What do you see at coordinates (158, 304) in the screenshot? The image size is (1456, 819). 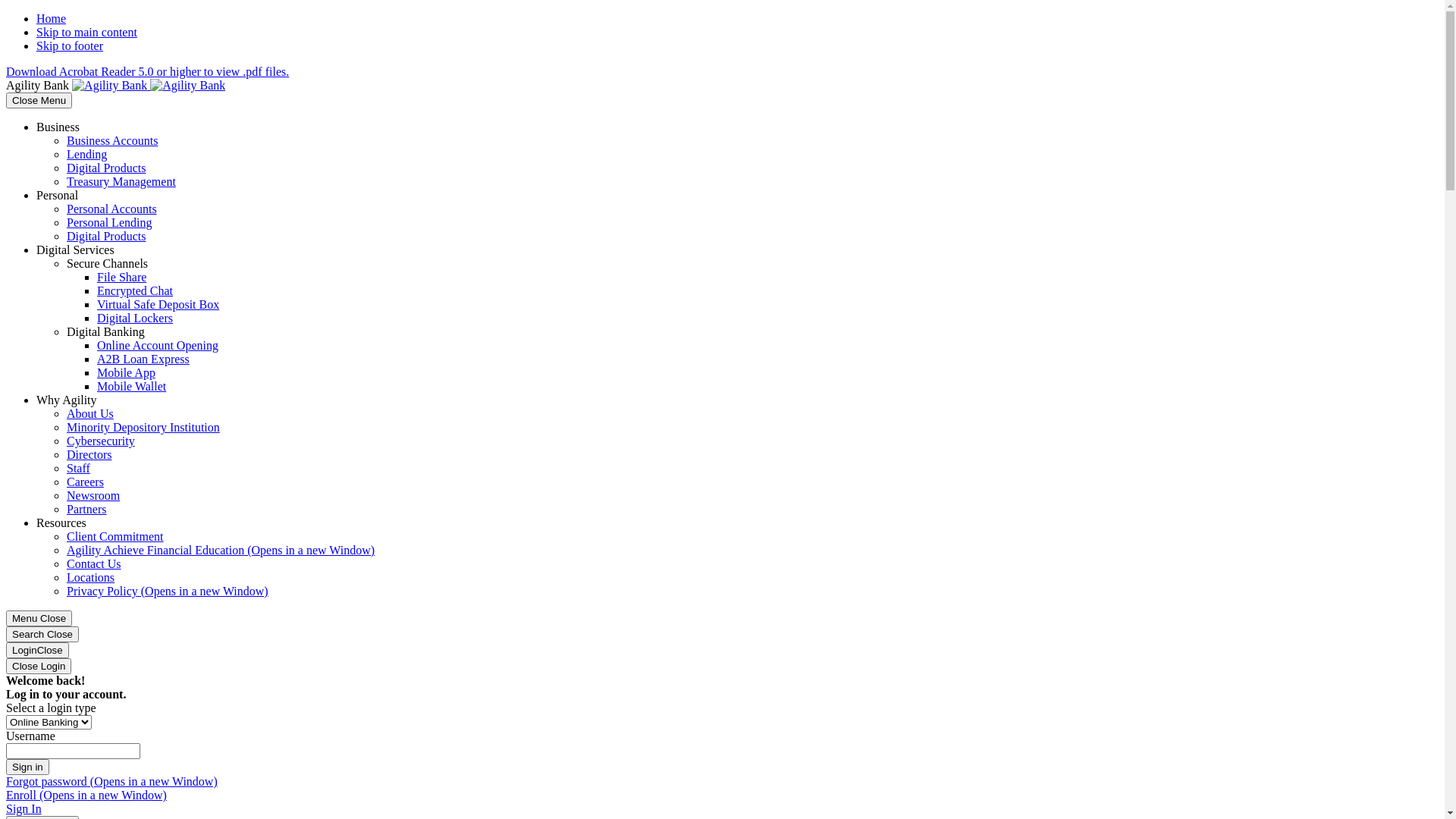 I see `'Virtual Safe Deposit Box'` at bounding box center [158, 304].